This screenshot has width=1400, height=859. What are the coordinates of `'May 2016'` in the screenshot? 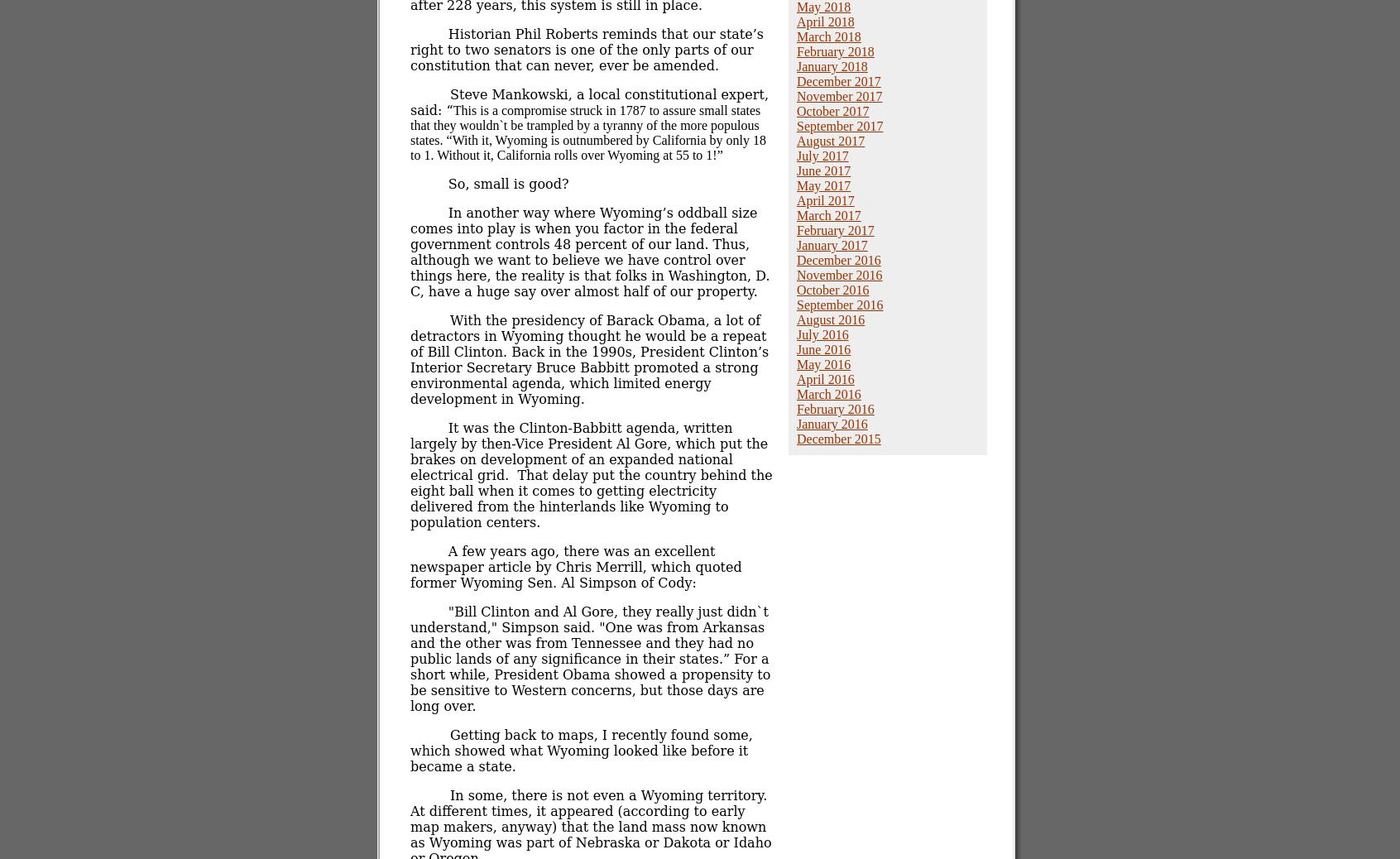 It's located at (822, 364).